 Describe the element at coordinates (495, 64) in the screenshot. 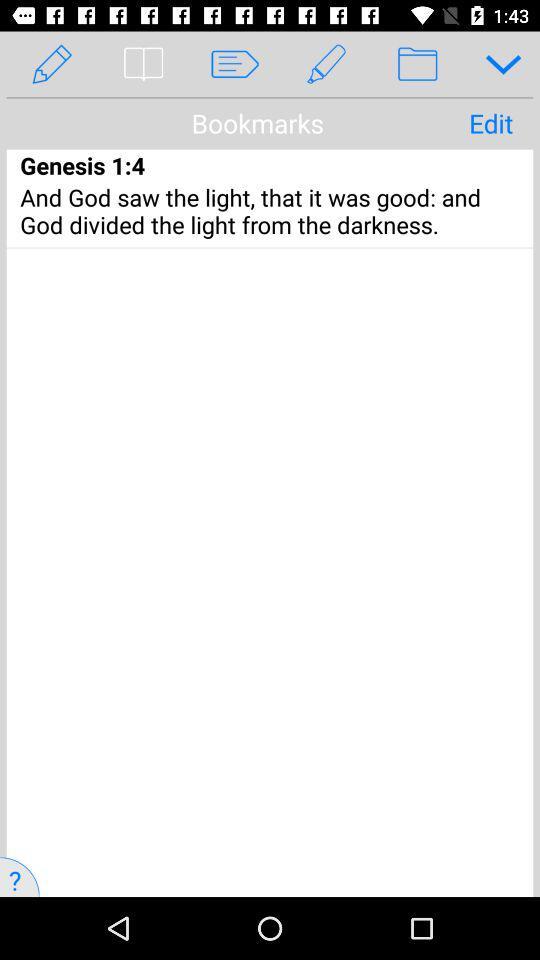

I see `the expand_more icon` at that location.